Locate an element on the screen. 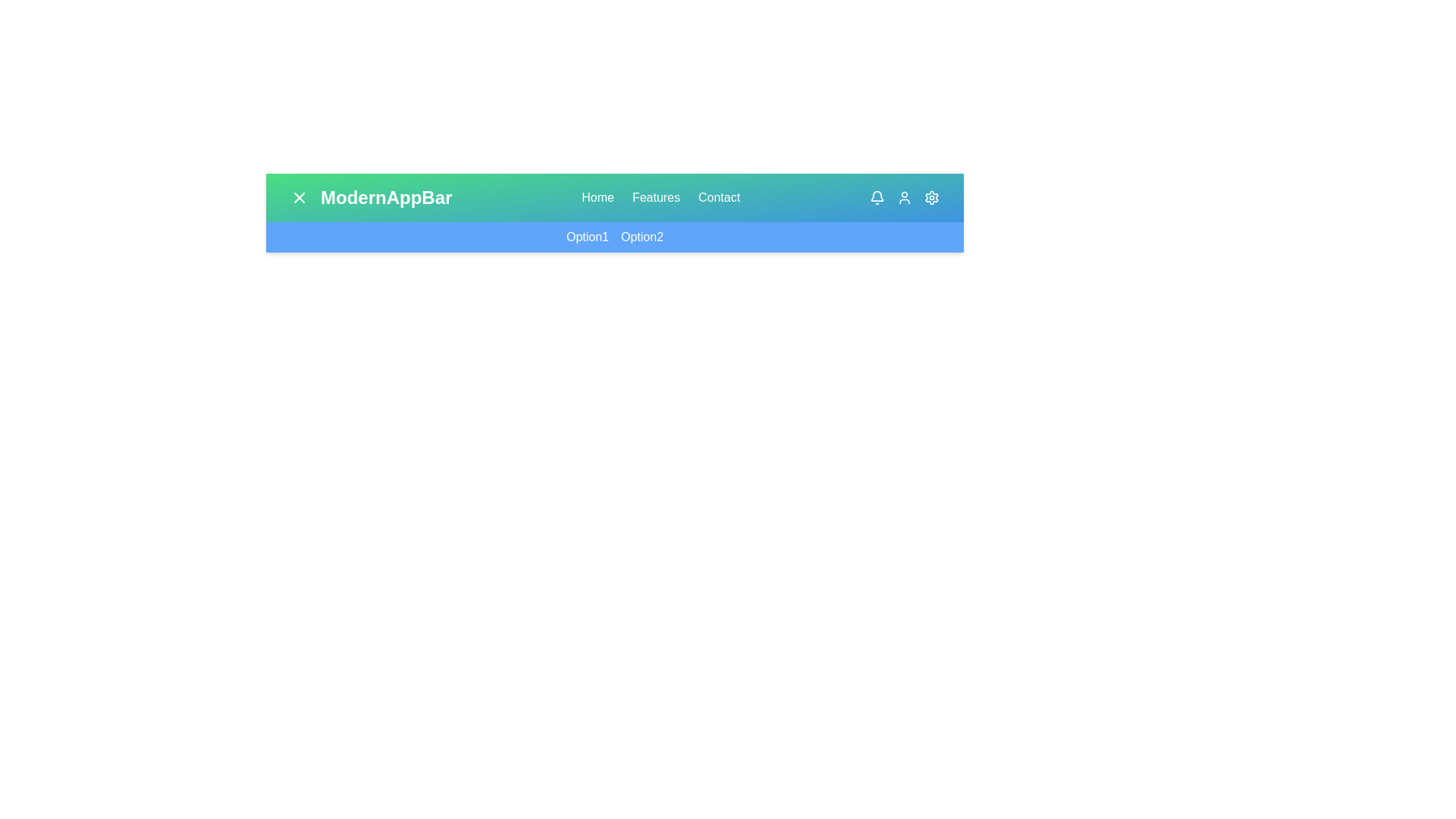  the Bell in the top-right corner is located at coordinates (877, 197).